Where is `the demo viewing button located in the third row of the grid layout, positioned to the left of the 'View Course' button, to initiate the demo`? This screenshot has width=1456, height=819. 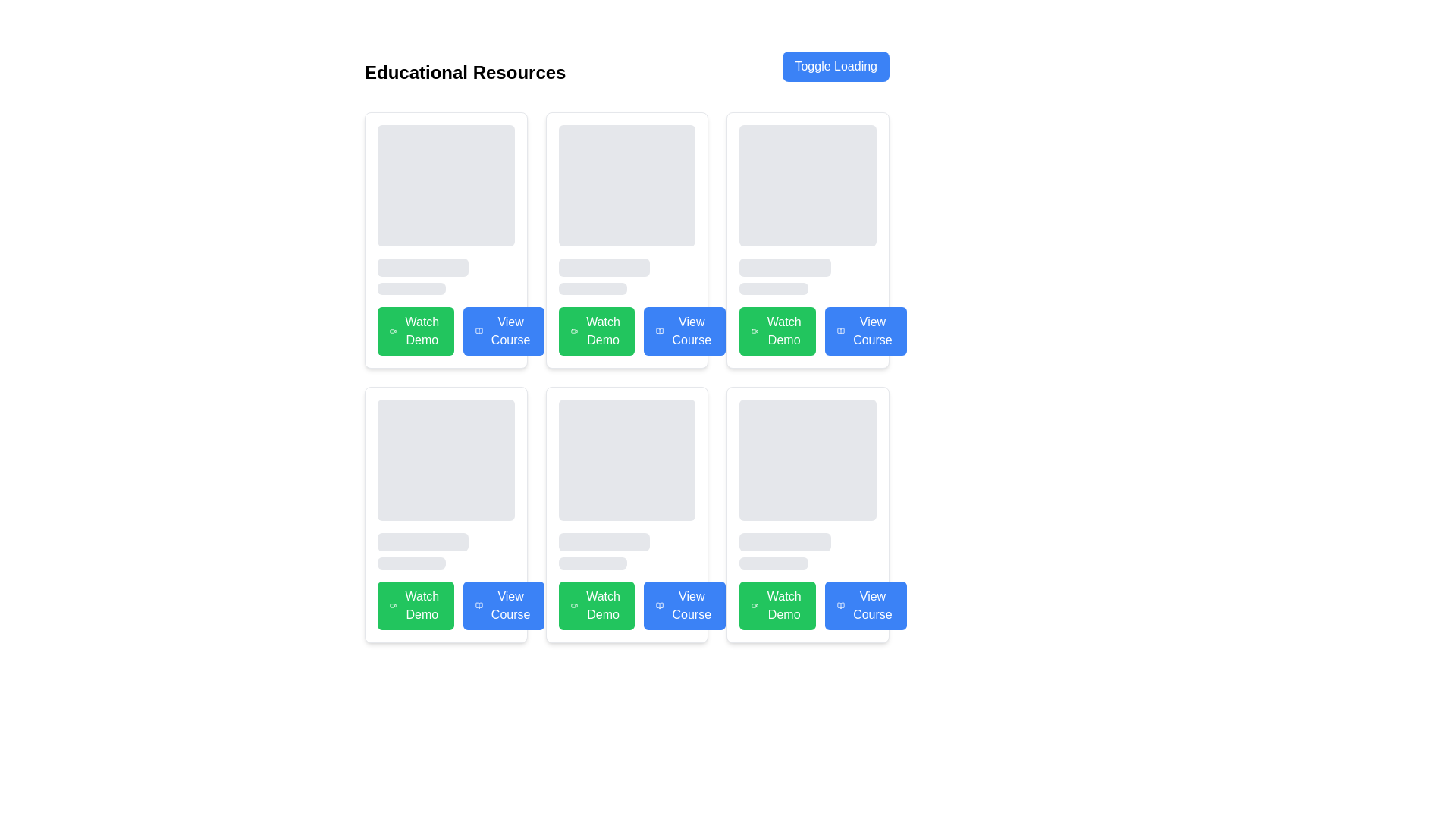 the demo viewing button located in the third row of the grid layout, positioned to the left of the 'View Course' button, to initiate the demo is located at coordinates (596, 604).